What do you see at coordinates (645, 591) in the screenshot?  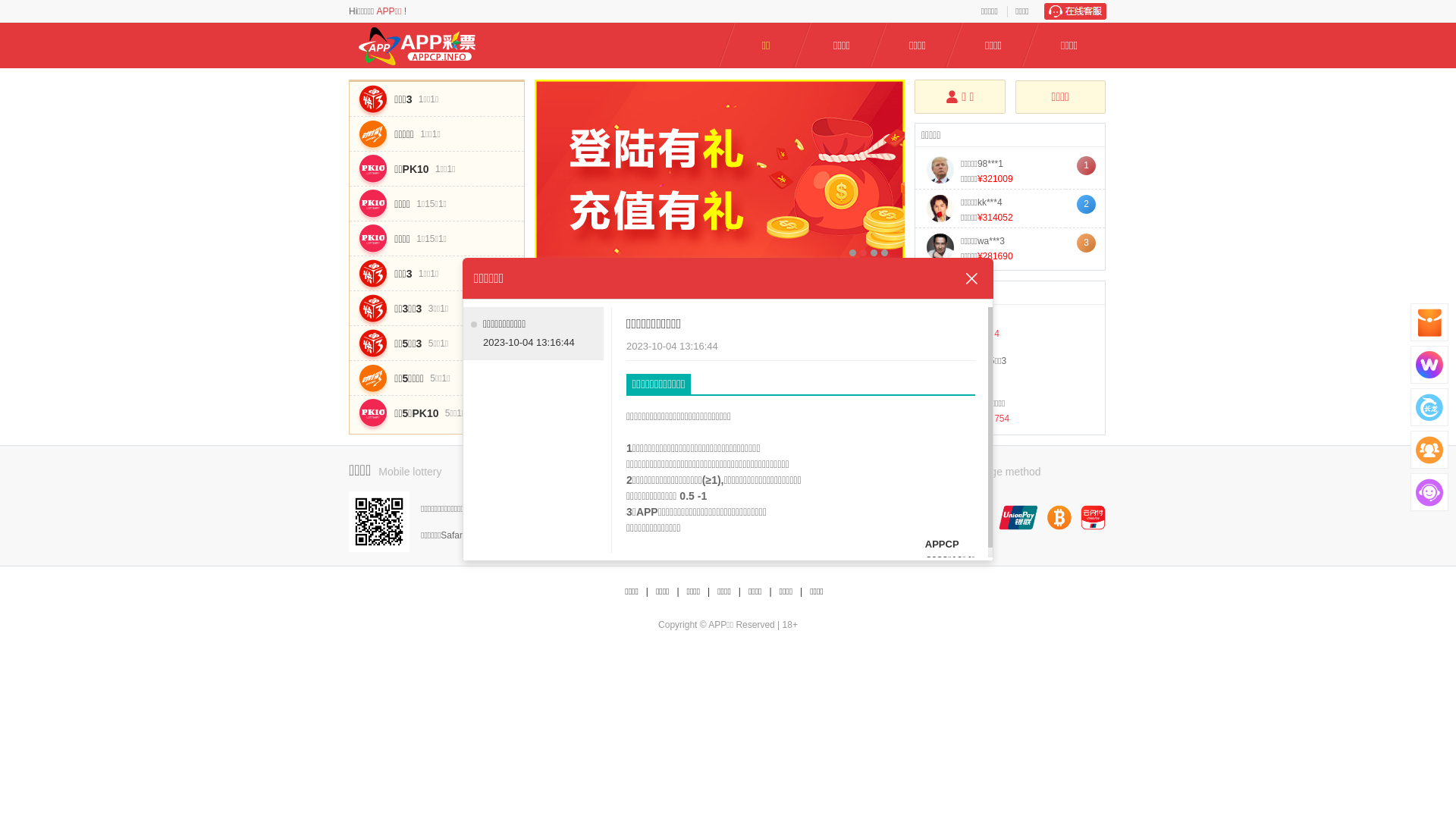 I see `'|'` at bounding box center [645, 591].